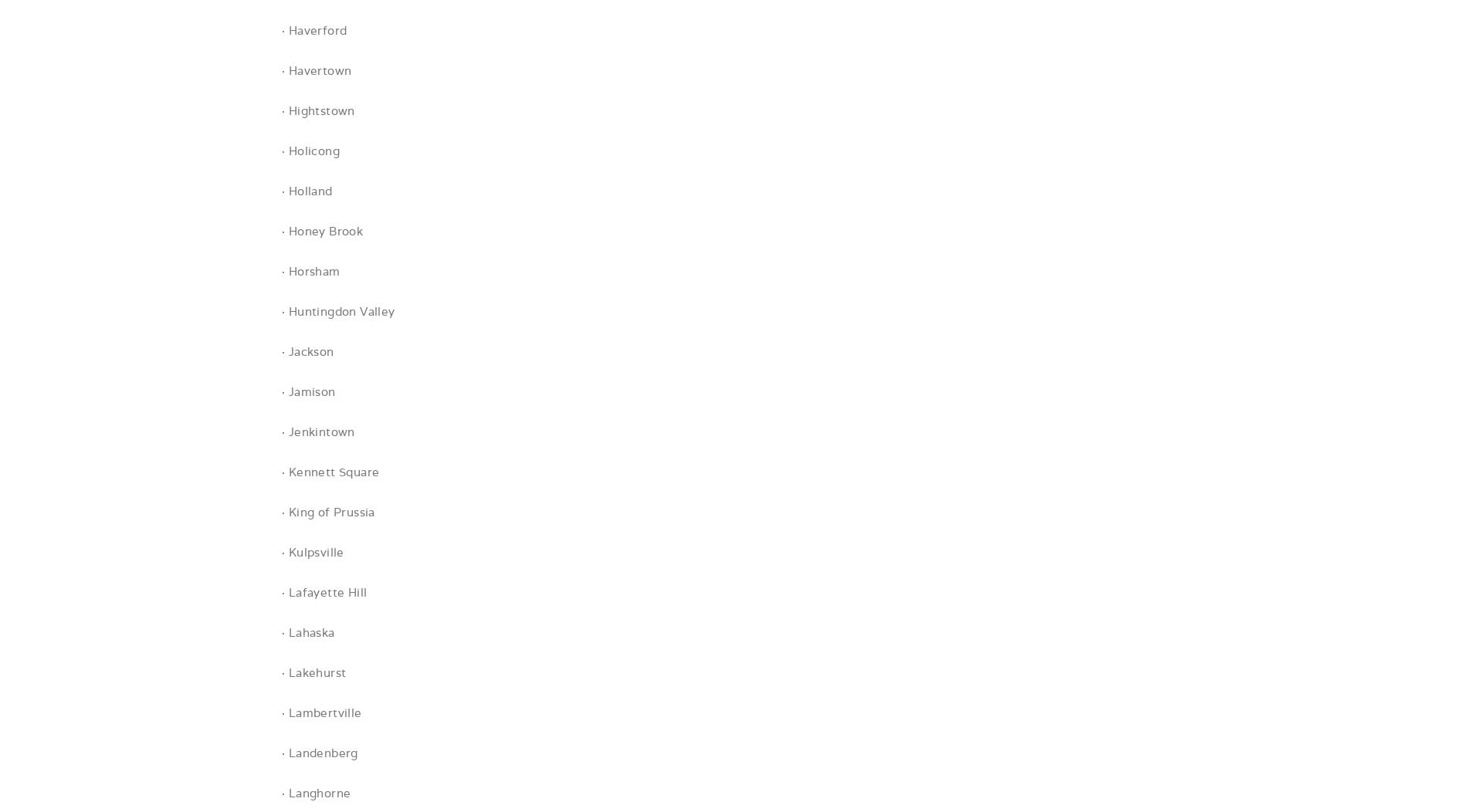  What do you see at coordinates (330, 471) in the screenshot?
I see `'· Kennett Square'` at bounding box center [330, 471].